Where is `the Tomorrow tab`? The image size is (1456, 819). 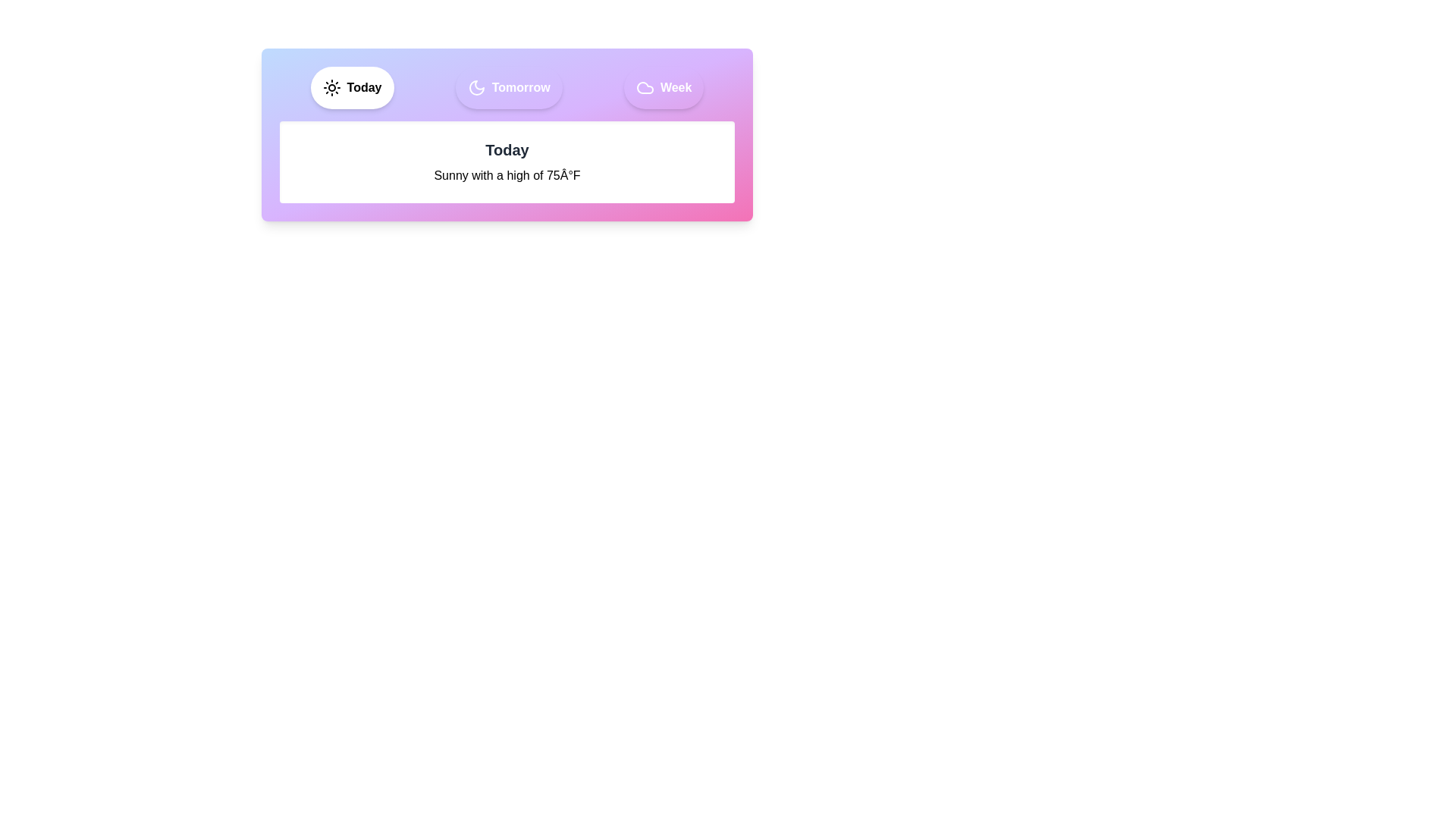 the Tomorrow tab is located at coordinates (509, 87).